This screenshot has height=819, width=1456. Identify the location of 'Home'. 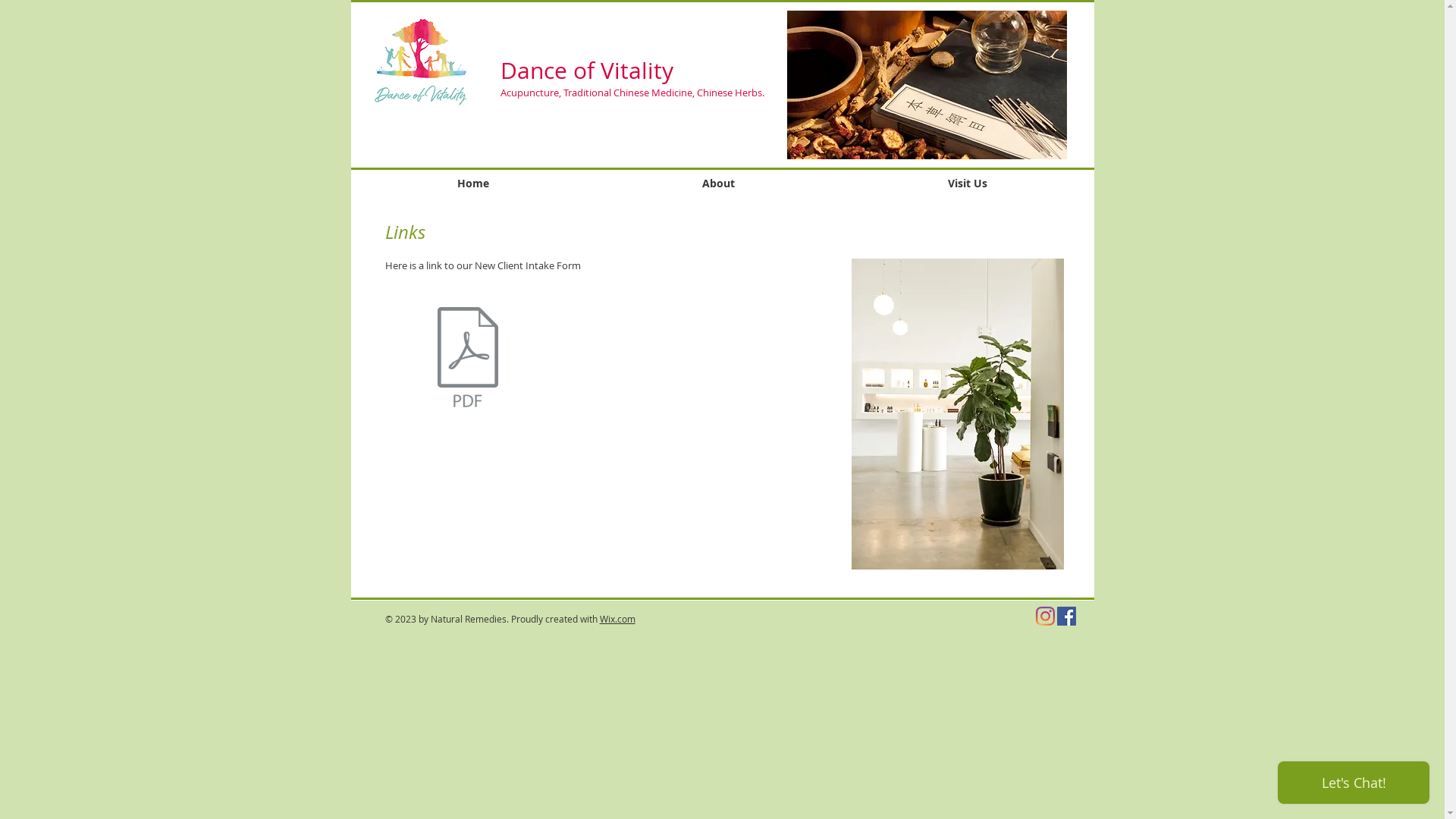
(472, 183).